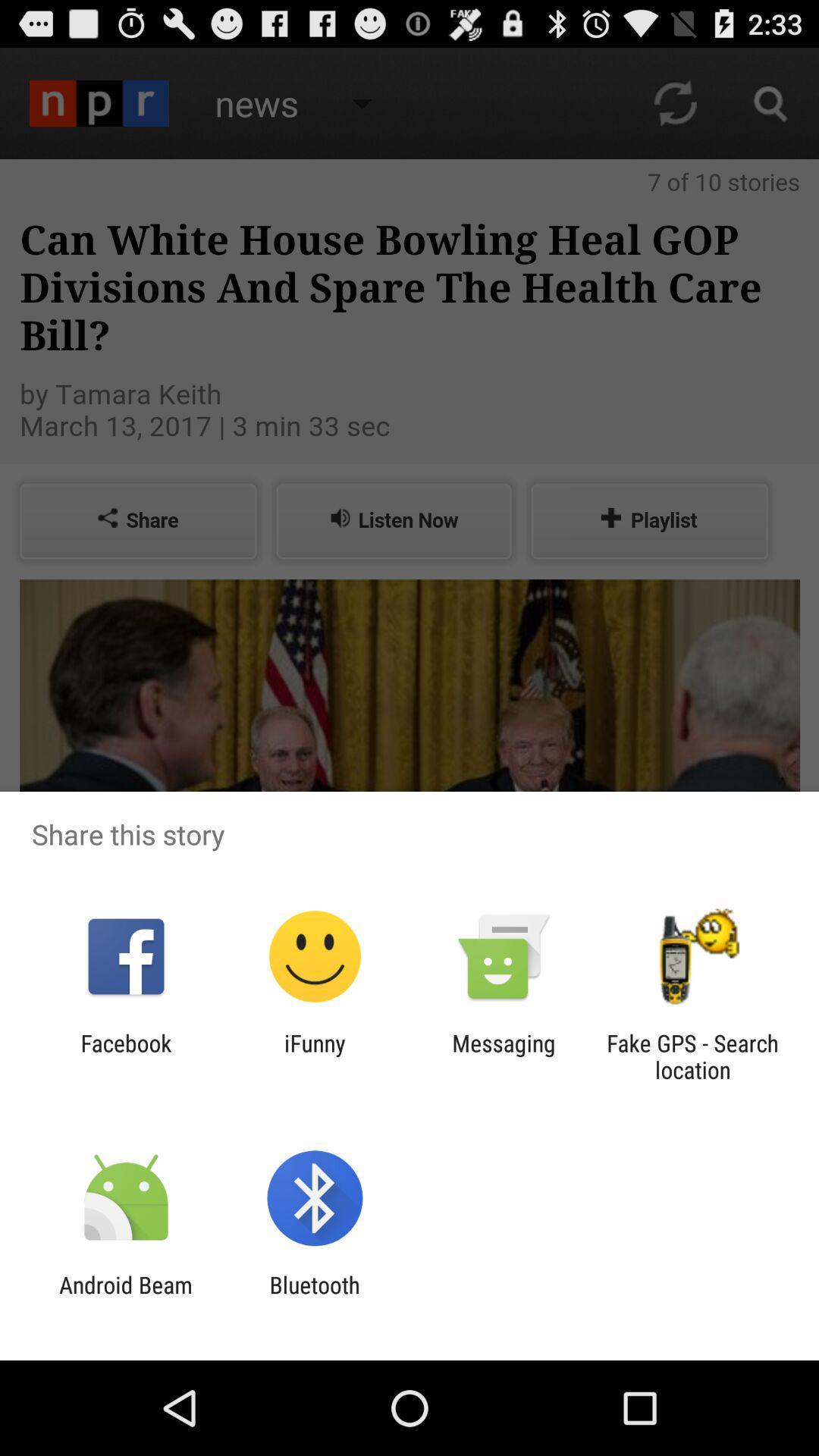 The height and width of the screenshot is (1456, 819). Describe the element at coordinates (504, 1056) in the screenshot. I see `the app to the left of fake gps search` at that location.